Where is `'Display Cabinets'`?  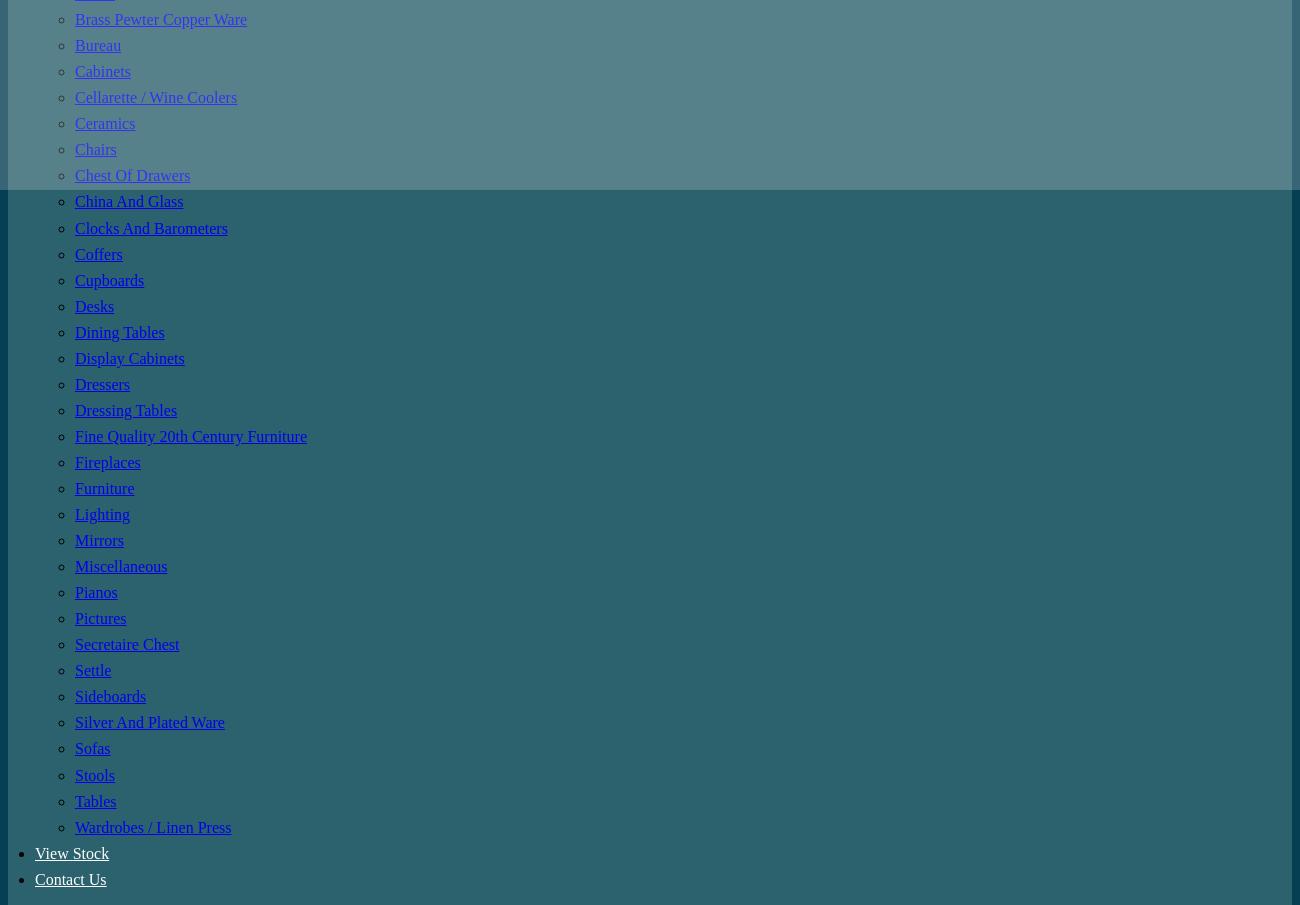
'Display Cabinets' is located at coordinates (128, 357).